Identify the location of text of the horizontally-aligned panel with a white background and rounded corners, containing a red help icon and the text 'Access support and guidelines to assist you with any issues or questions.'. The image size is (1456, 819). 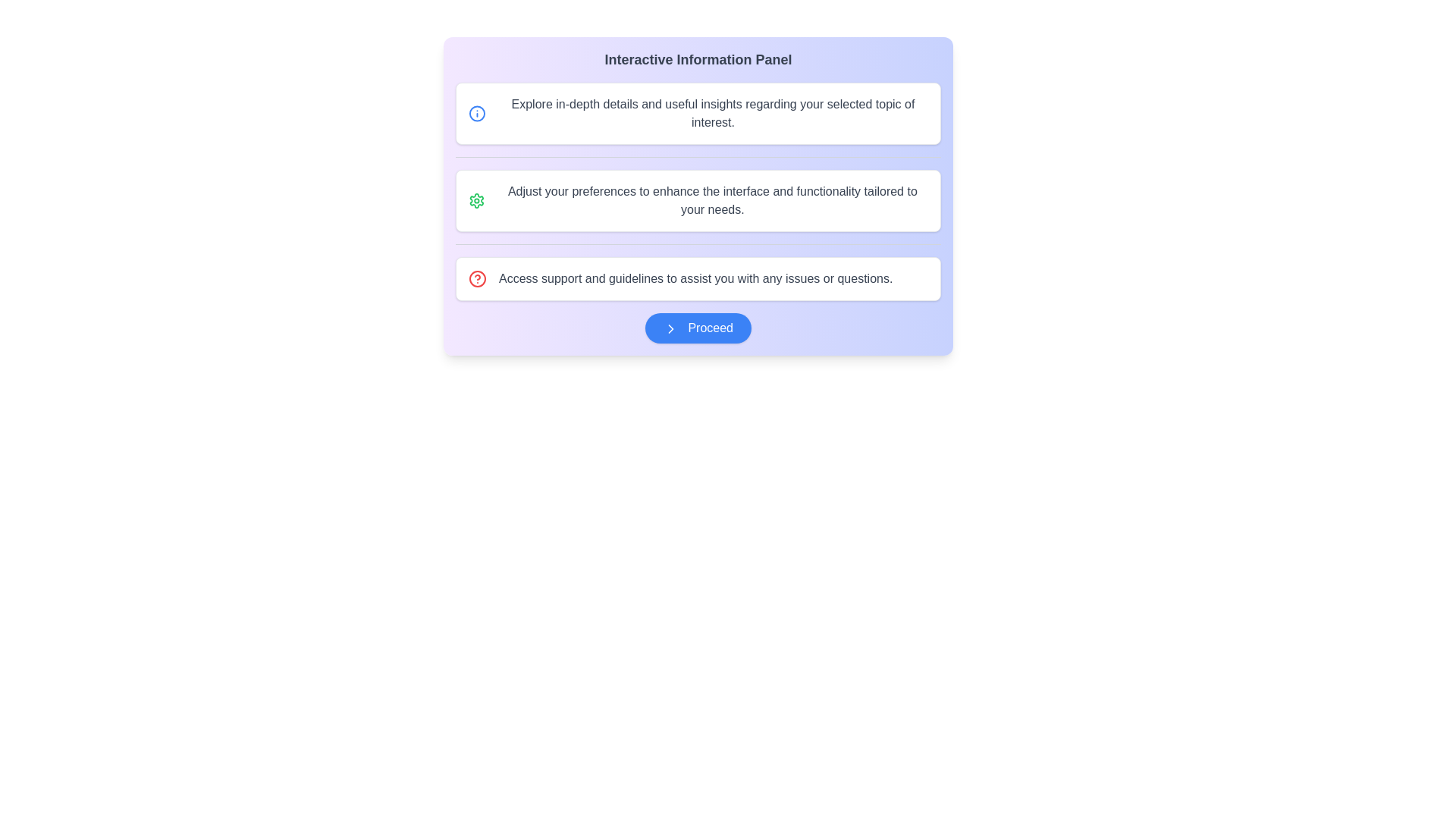
(698, 278).